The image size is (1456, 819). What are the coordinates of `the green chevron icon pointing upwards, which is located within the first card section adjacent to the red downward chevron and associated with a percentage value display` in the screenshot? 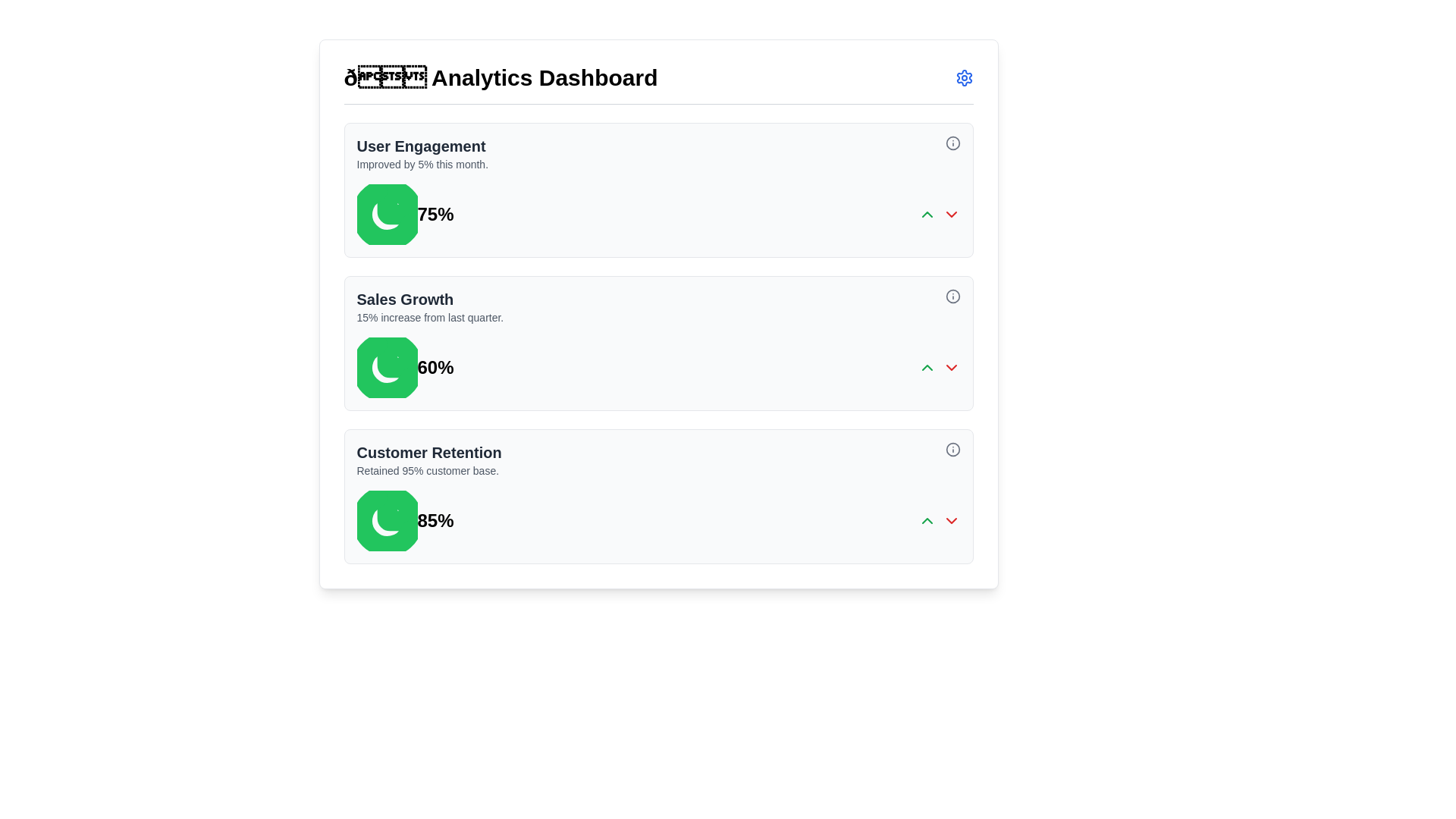 It's located at (926, 214).